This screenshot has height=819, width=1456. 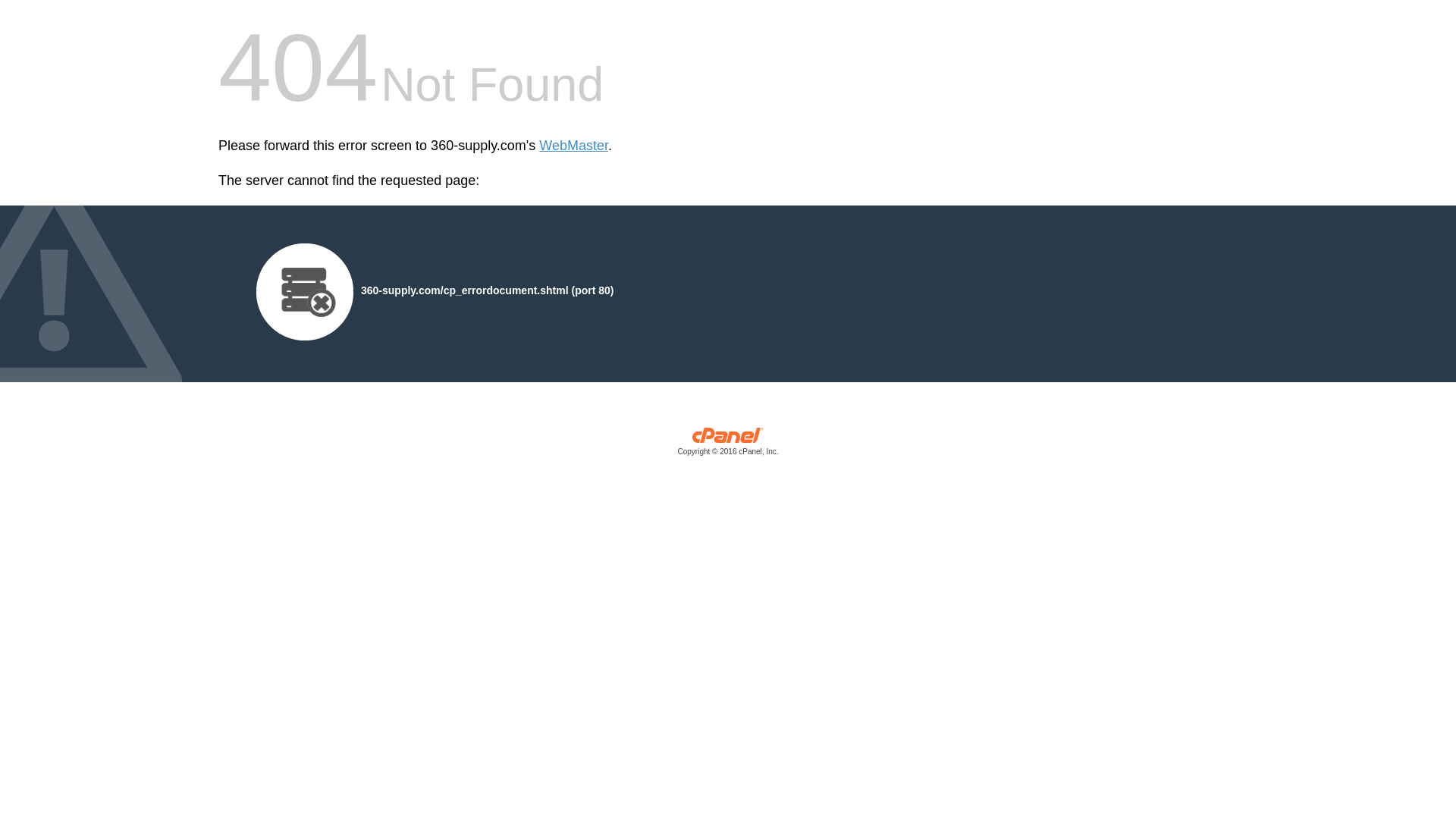 I want to click on 'WebMaster', so click(x=573, y=146).